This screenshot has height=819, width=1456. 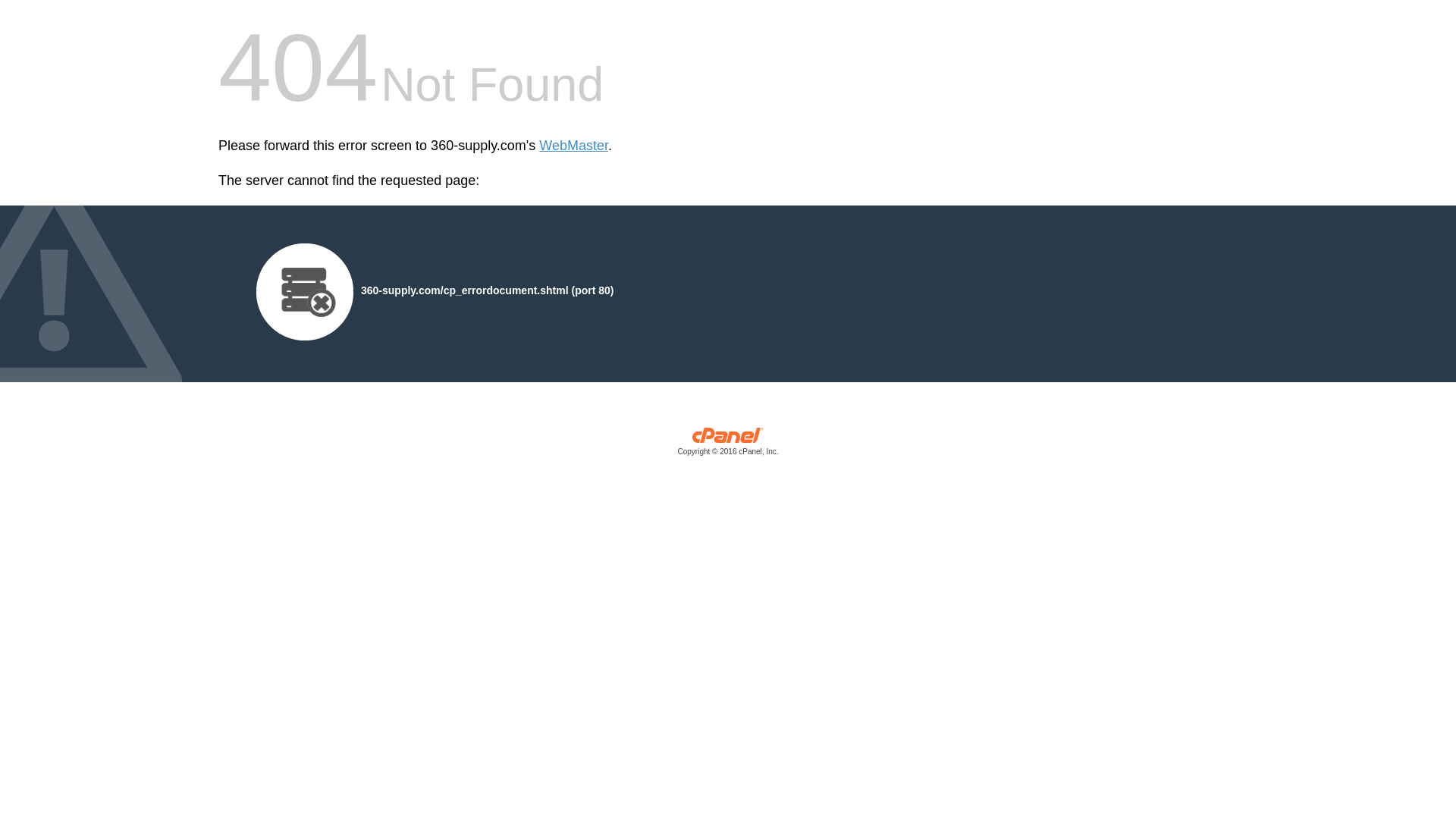 I want to click on 'WebMaster', so click(x=573, y=146).